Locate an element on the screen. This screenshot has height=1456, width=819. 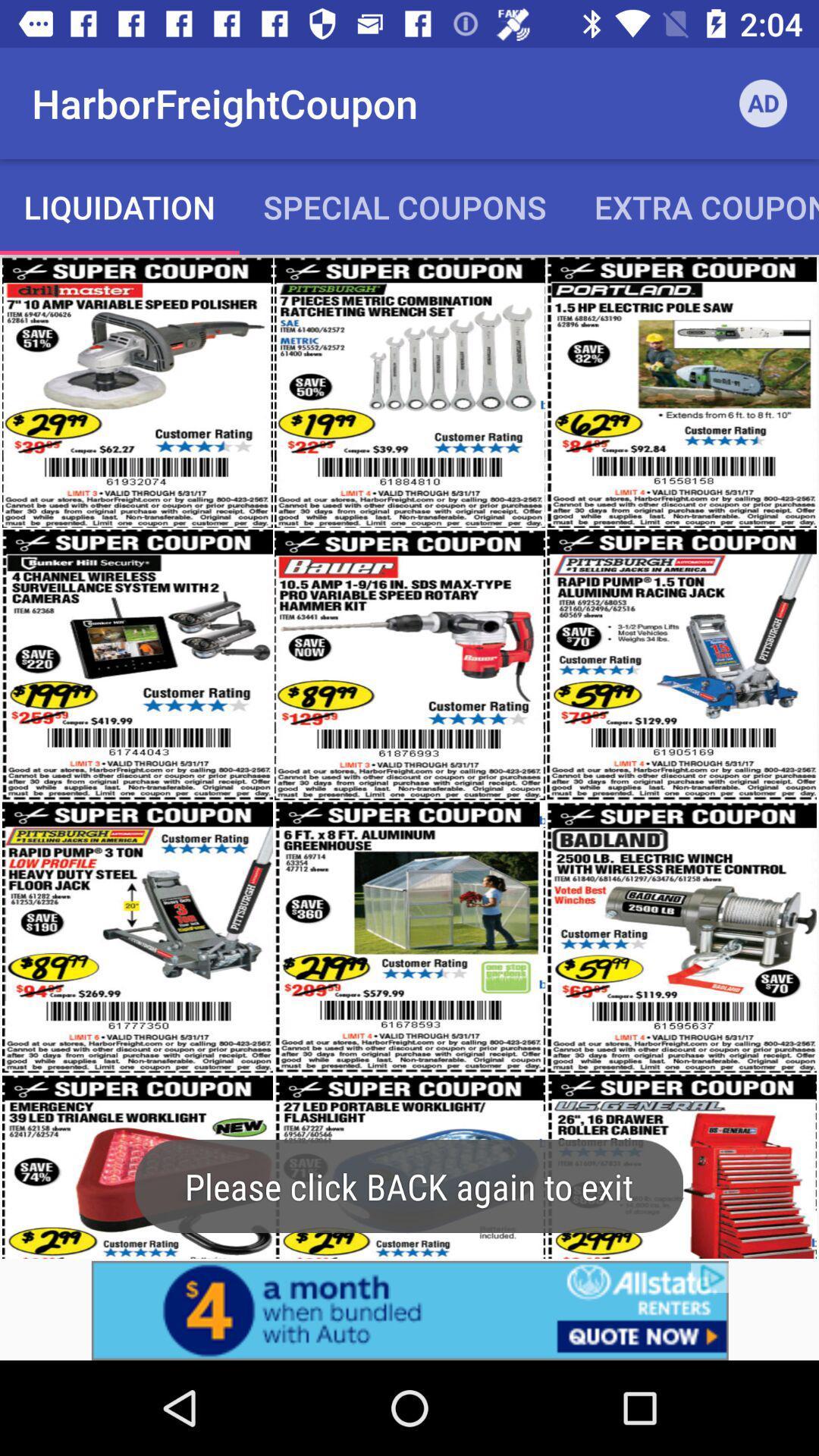
advert is located at coordinates (409, 1310).